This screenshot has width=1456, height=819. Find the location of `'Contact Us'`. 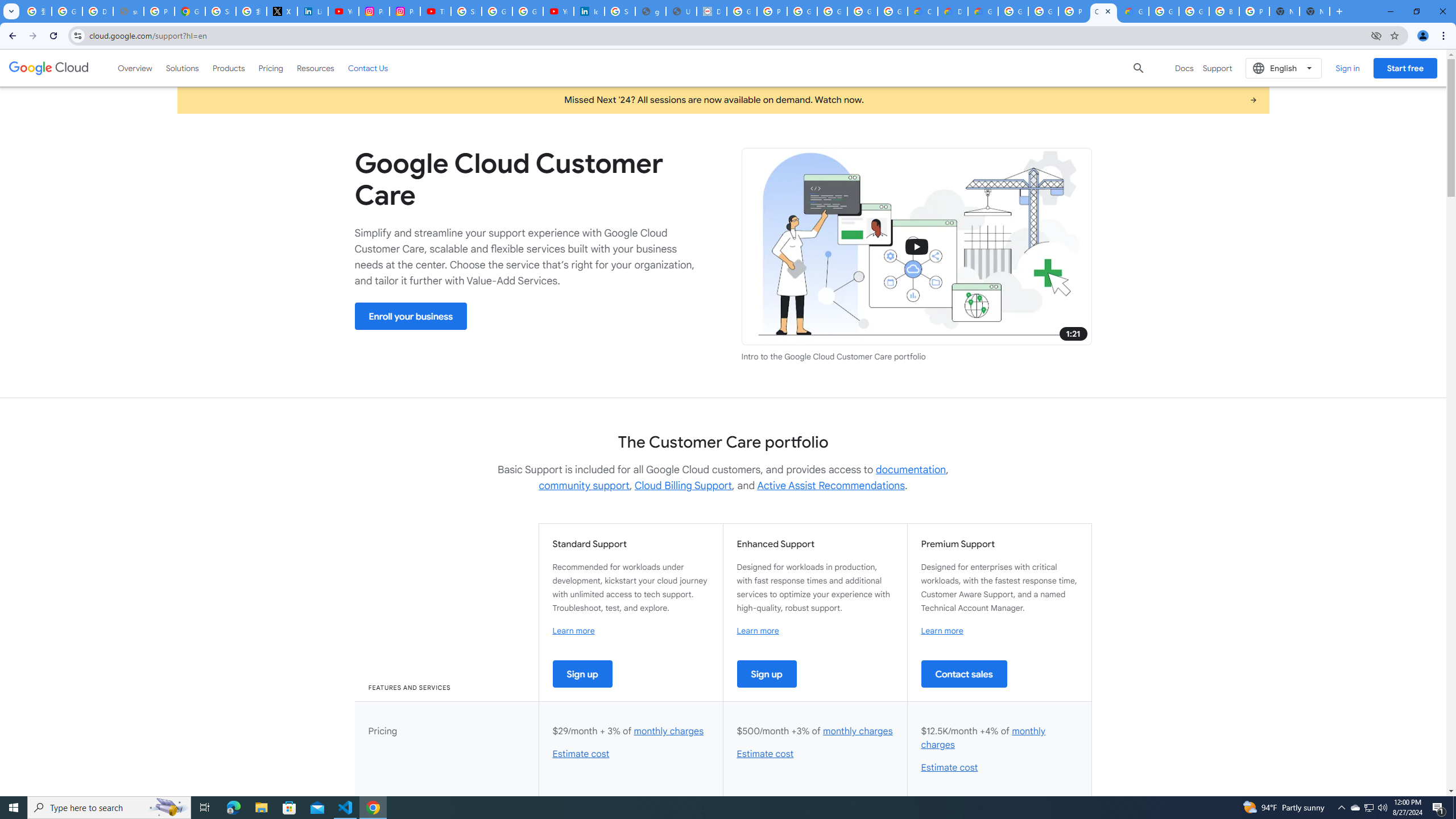

'Contact Us' is located at coordinates (368, 68).